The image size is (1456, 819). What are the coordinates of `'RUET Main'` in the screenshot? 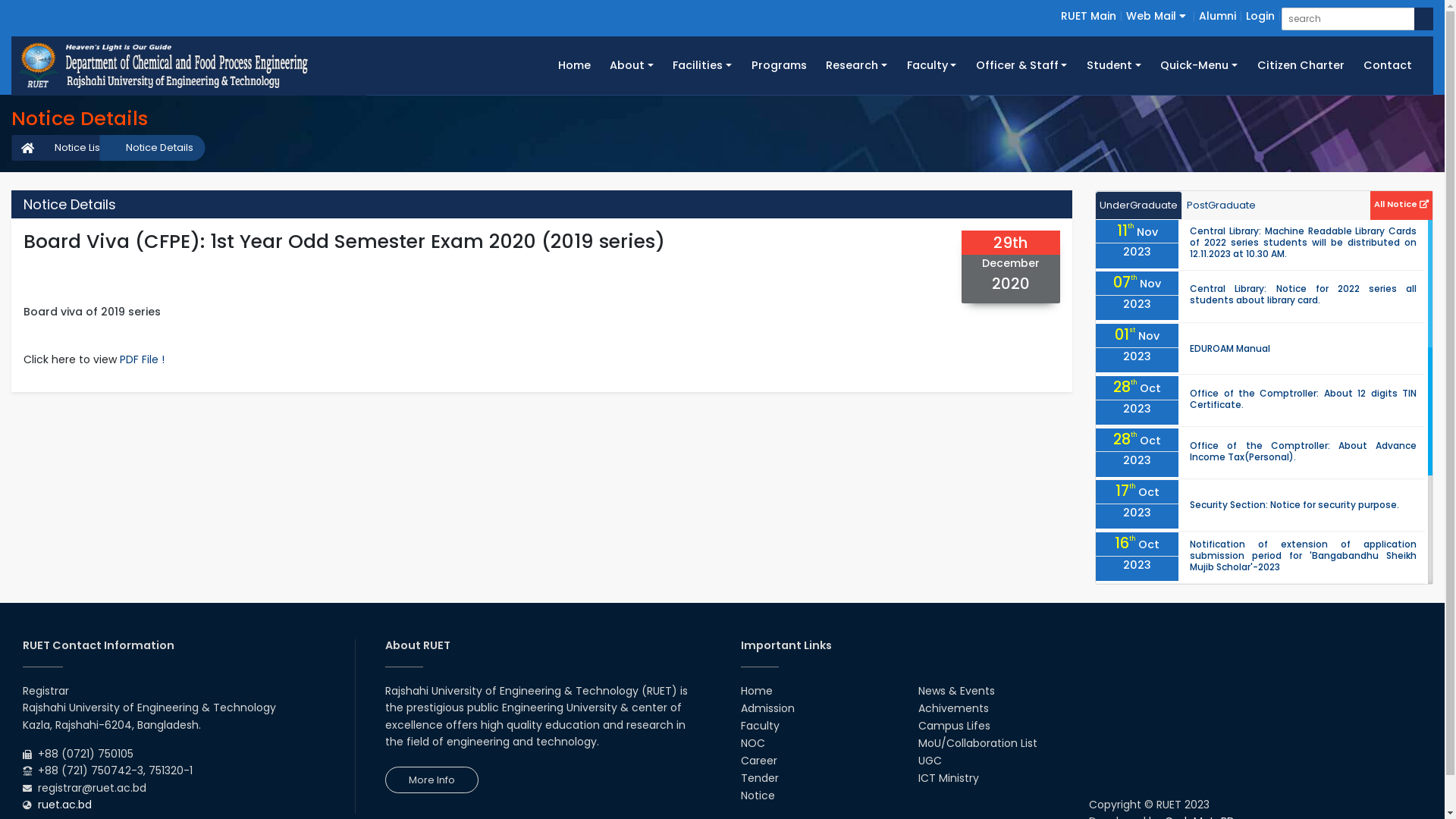 It's located at (1087, 15).